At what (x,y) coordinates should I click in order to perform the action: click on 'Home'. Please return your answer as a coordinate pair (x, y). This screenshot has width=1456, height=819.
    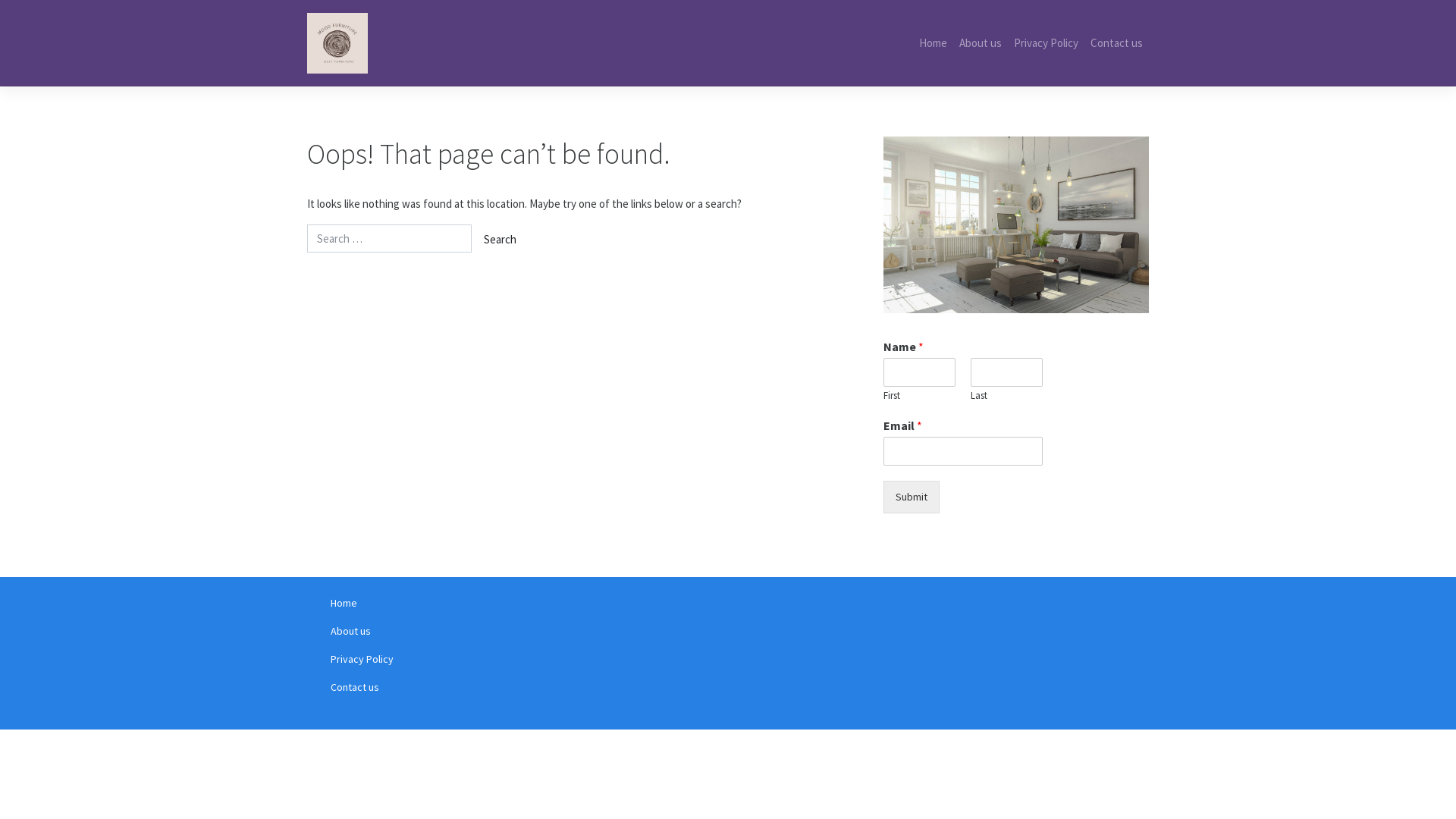
    Looking at the image, I should click on (447, 602).